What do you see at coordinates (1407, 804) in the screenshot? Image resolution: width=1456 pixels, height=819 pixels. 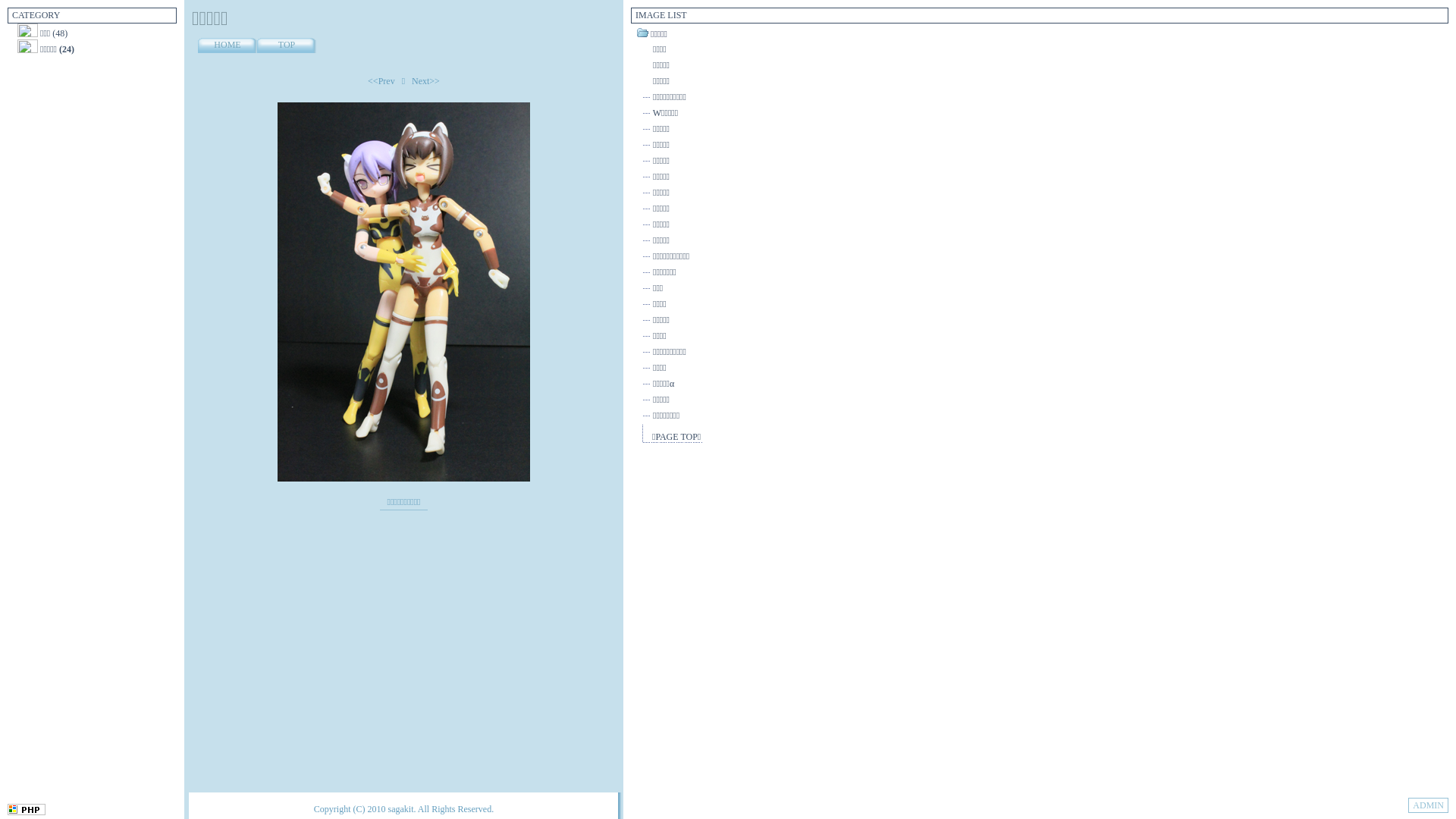 I see `'ADMIN'` at bounding box center [1407, 804].